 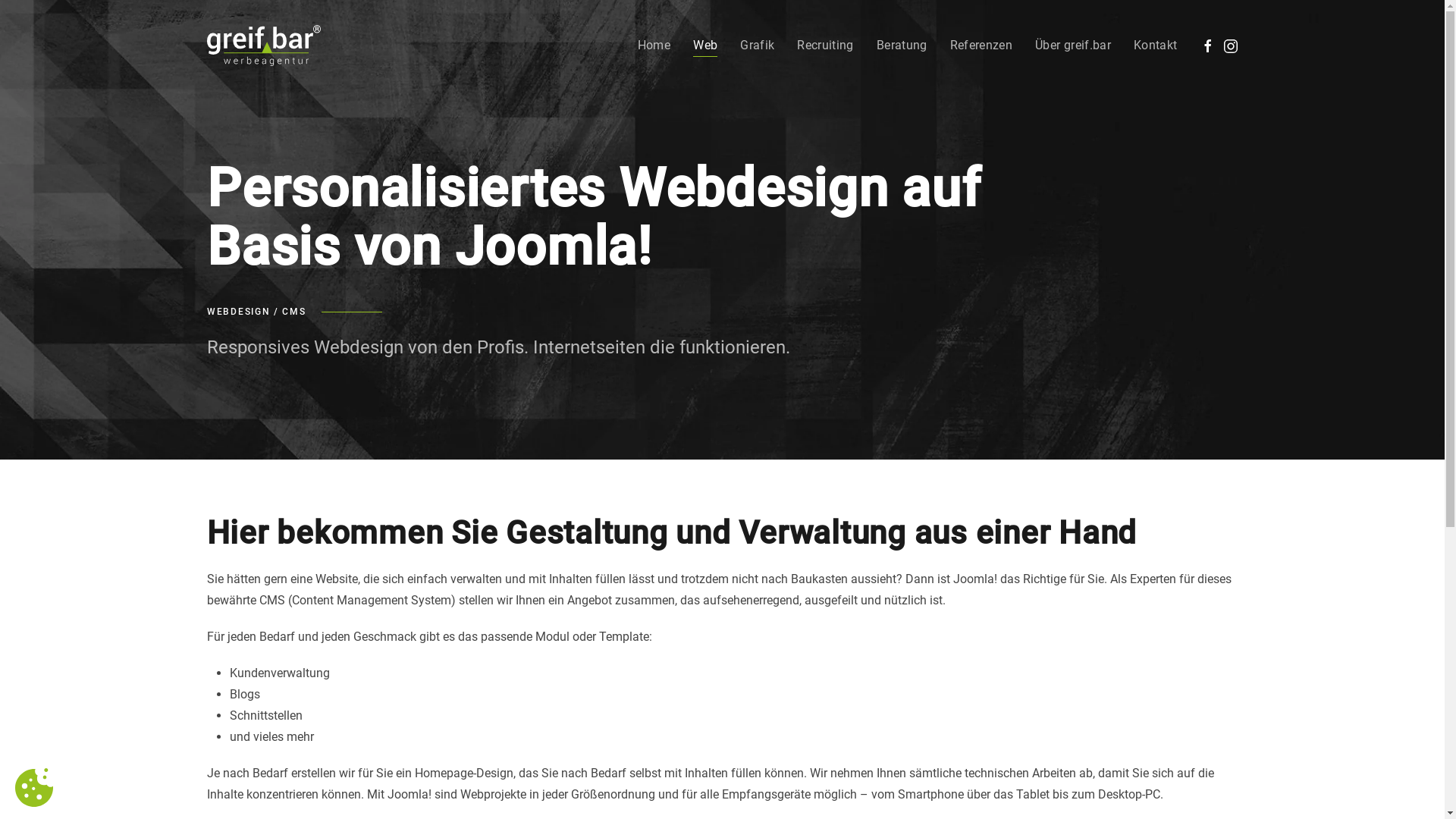 What do you see at coordinates (796, 45) in the screenshot?
I see `'Recruiting'` at bounding box center [796, 45].